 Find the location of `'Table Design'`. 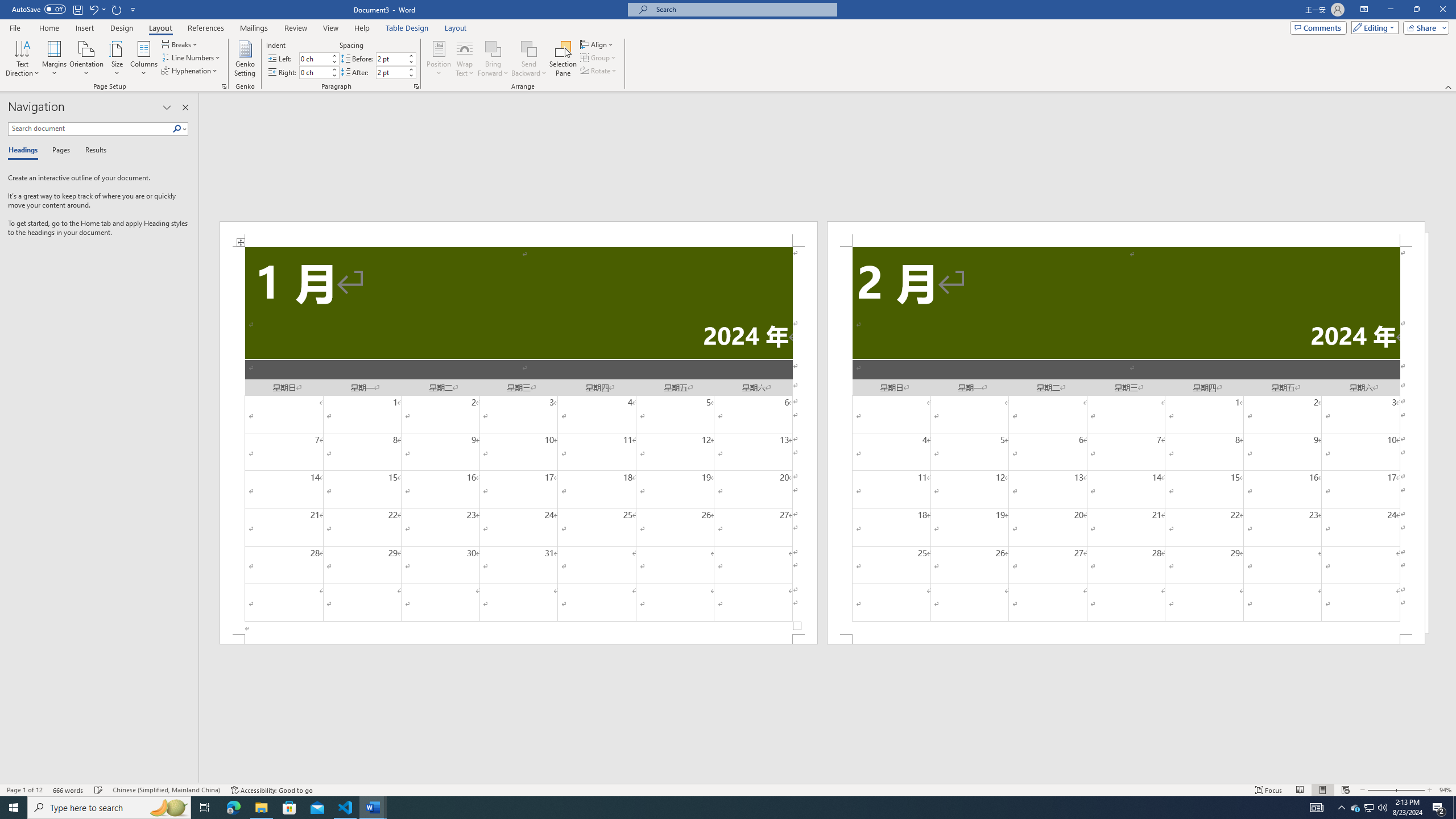

'Table Design' is located at coordinates (407, 28).